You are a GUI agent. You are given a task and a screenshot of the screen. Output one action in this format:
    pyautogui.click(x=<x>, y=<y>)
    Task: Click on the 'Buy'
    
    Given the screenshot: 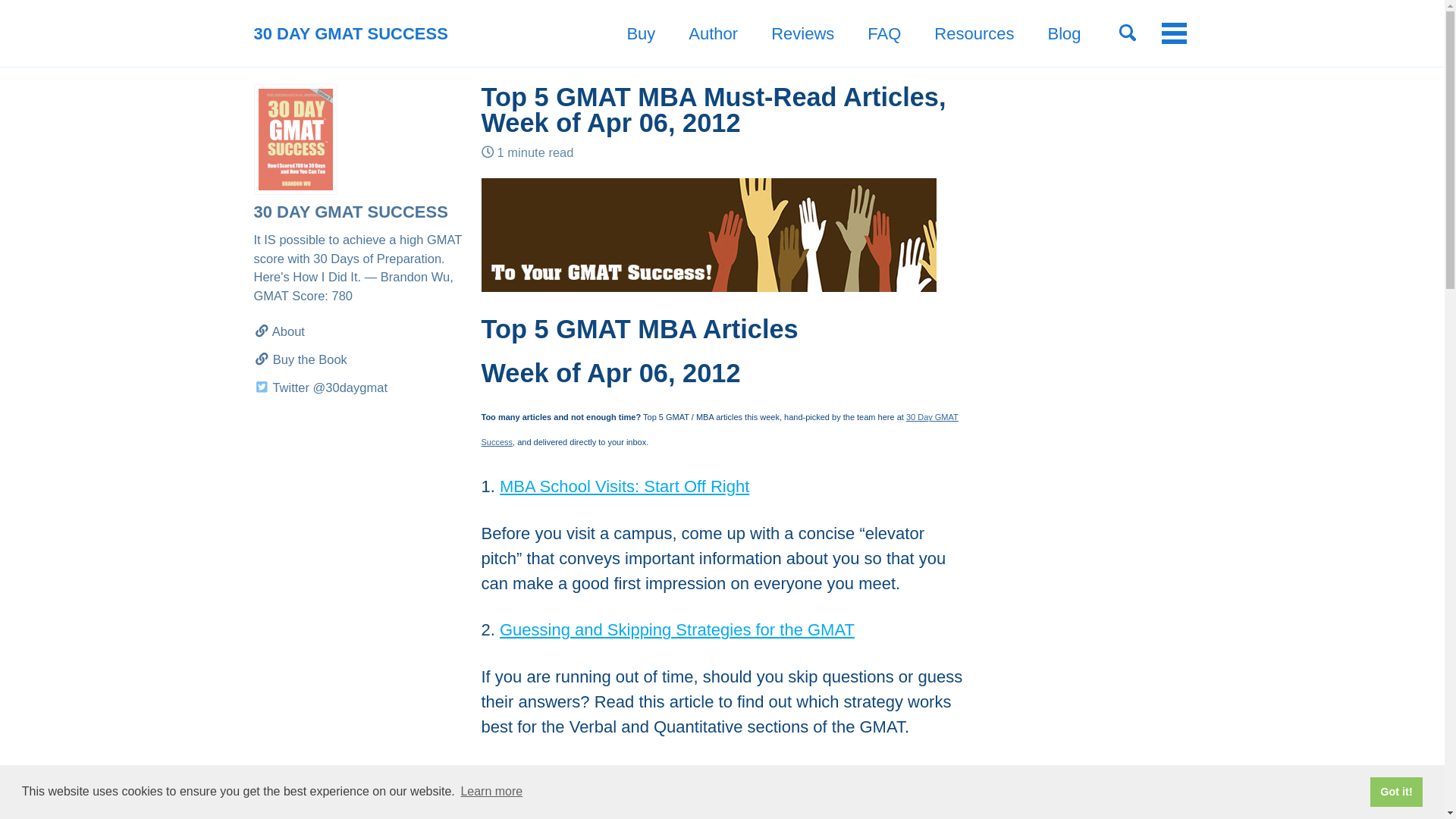 What is the action you would take?
    pyautogui.click(x=640, y=33)
    